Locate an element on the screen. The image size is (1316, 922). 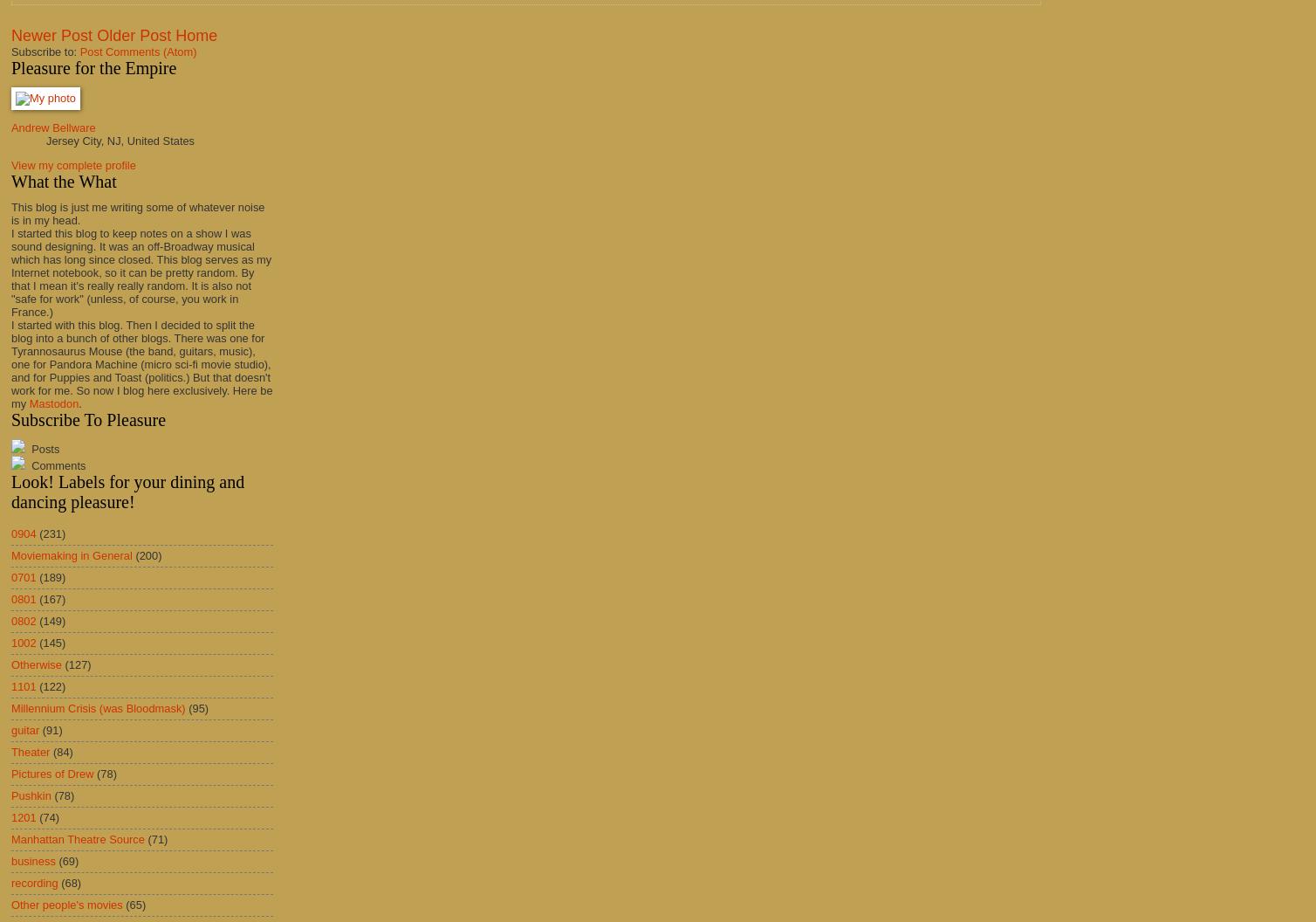
'Look! Labels for your dining and dancing pleasure!' is located at coordinates (127, 491).